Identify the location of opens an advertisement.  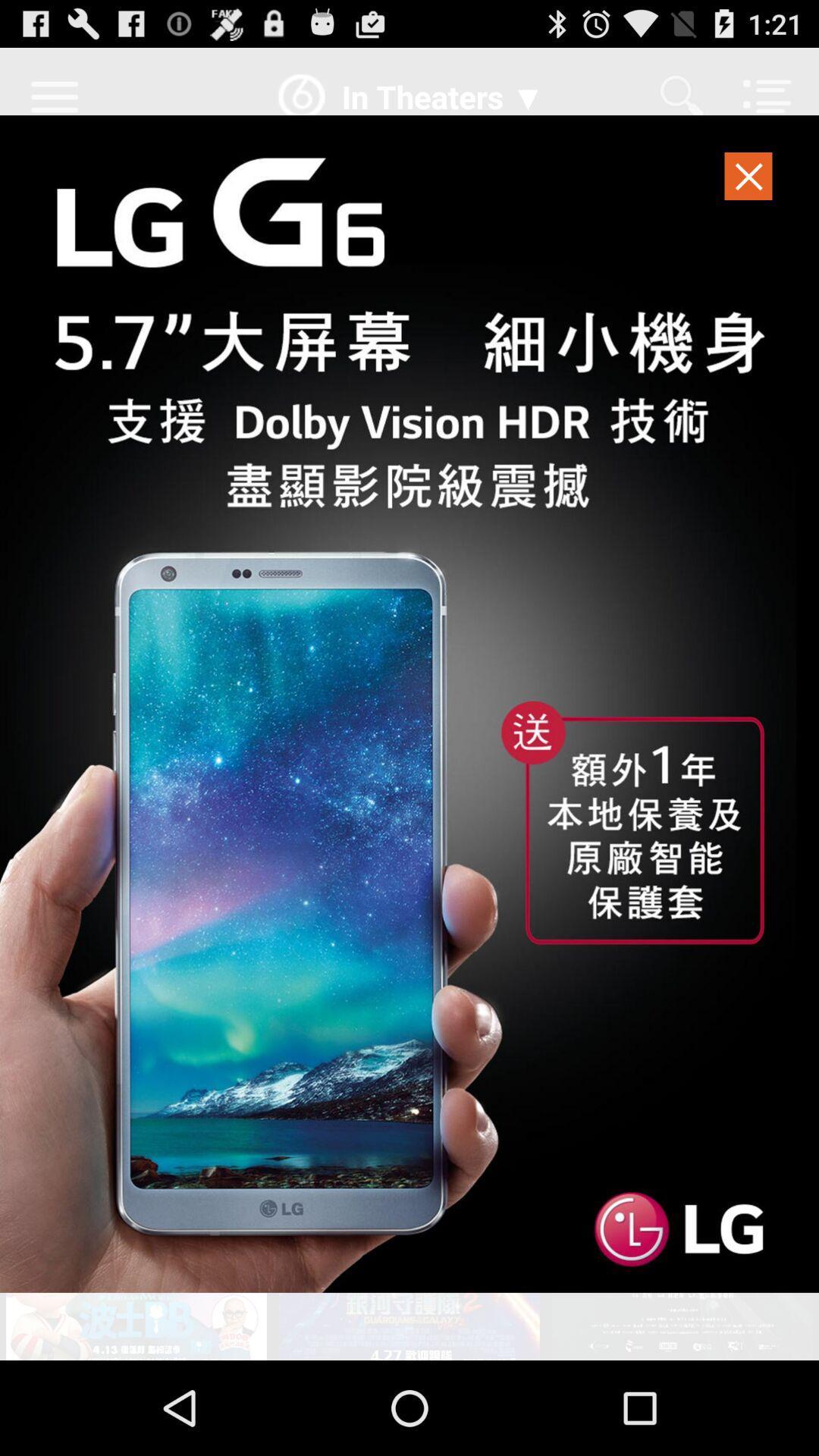
(409, 703).